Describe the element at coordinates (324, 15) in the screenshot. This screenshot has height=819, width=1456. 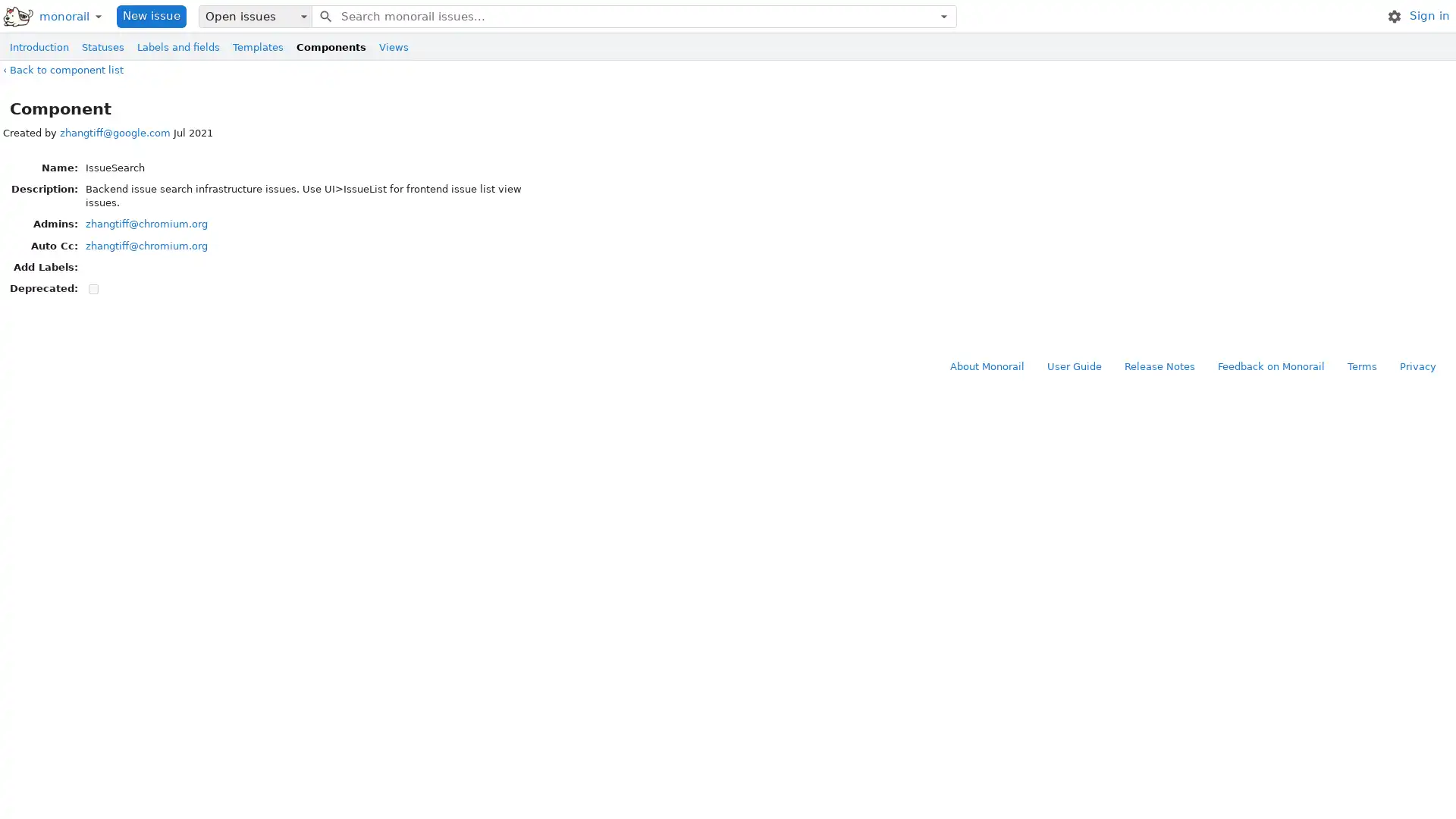
I see `search` at that location.